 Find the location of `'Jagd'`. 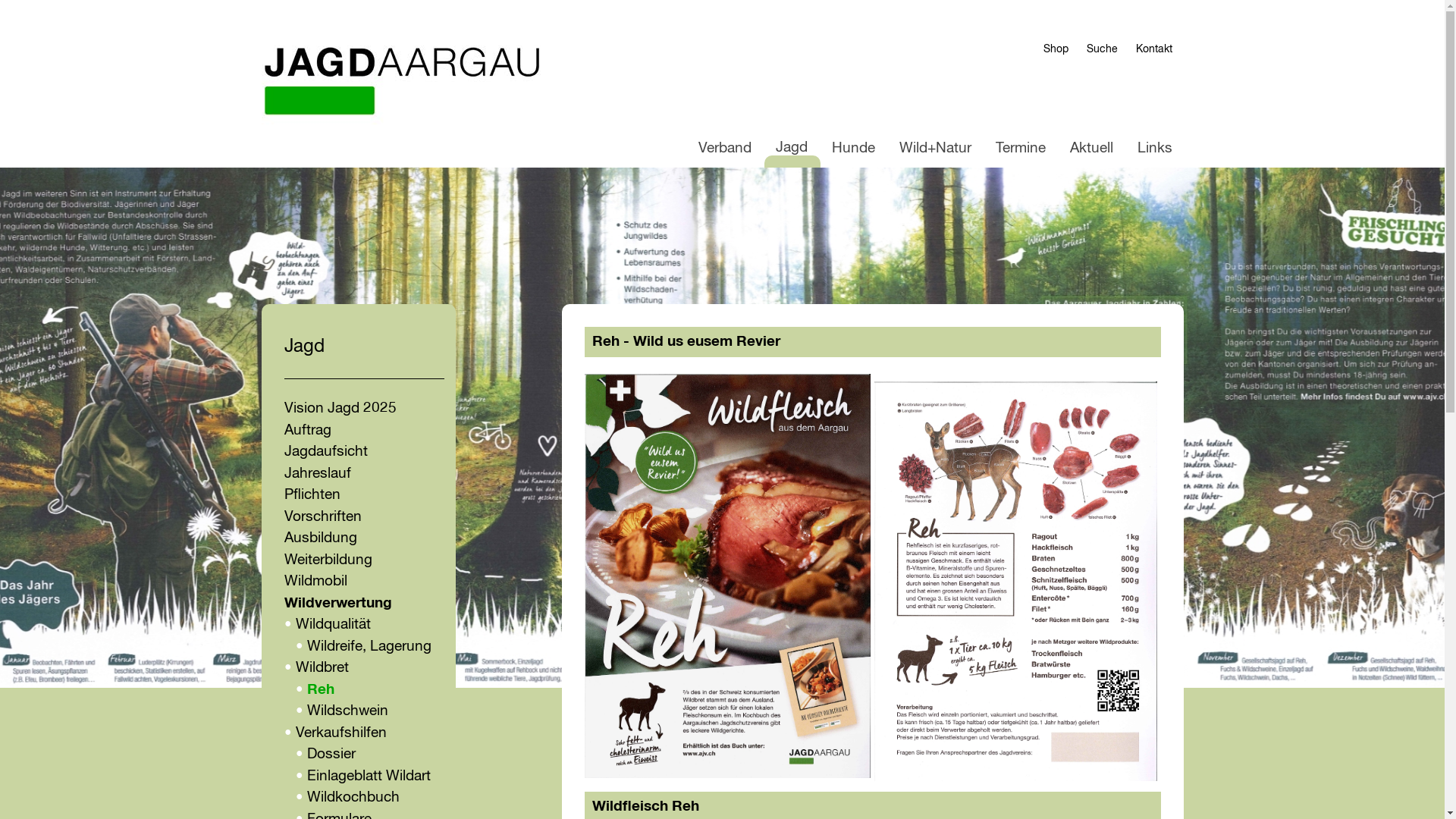

'Jagd' is located at coordinates (790, 148).